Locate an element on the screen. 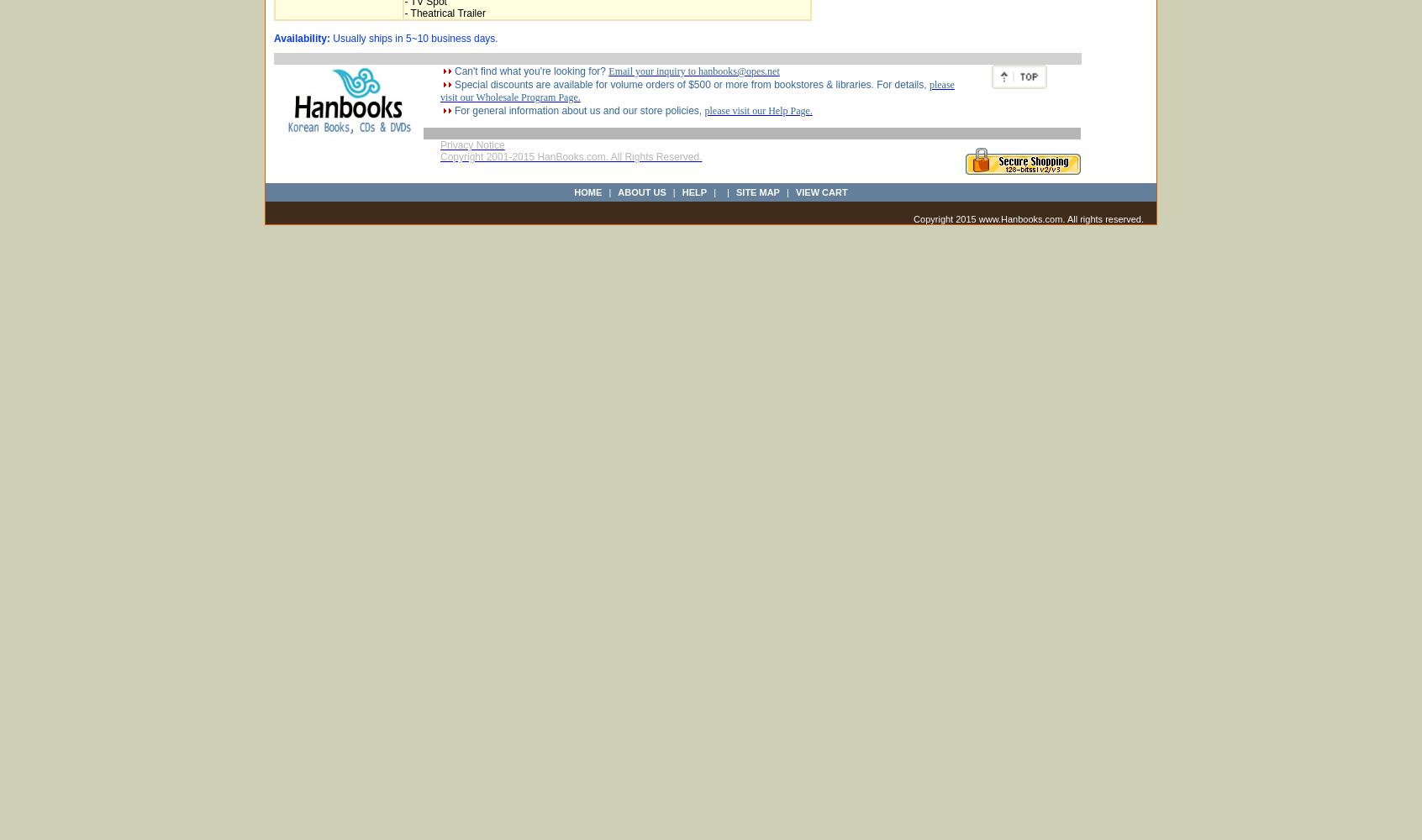 This screenshot has width=1422, height=840. 'please visit our Help Page.' is located at coordinates (757, 111).